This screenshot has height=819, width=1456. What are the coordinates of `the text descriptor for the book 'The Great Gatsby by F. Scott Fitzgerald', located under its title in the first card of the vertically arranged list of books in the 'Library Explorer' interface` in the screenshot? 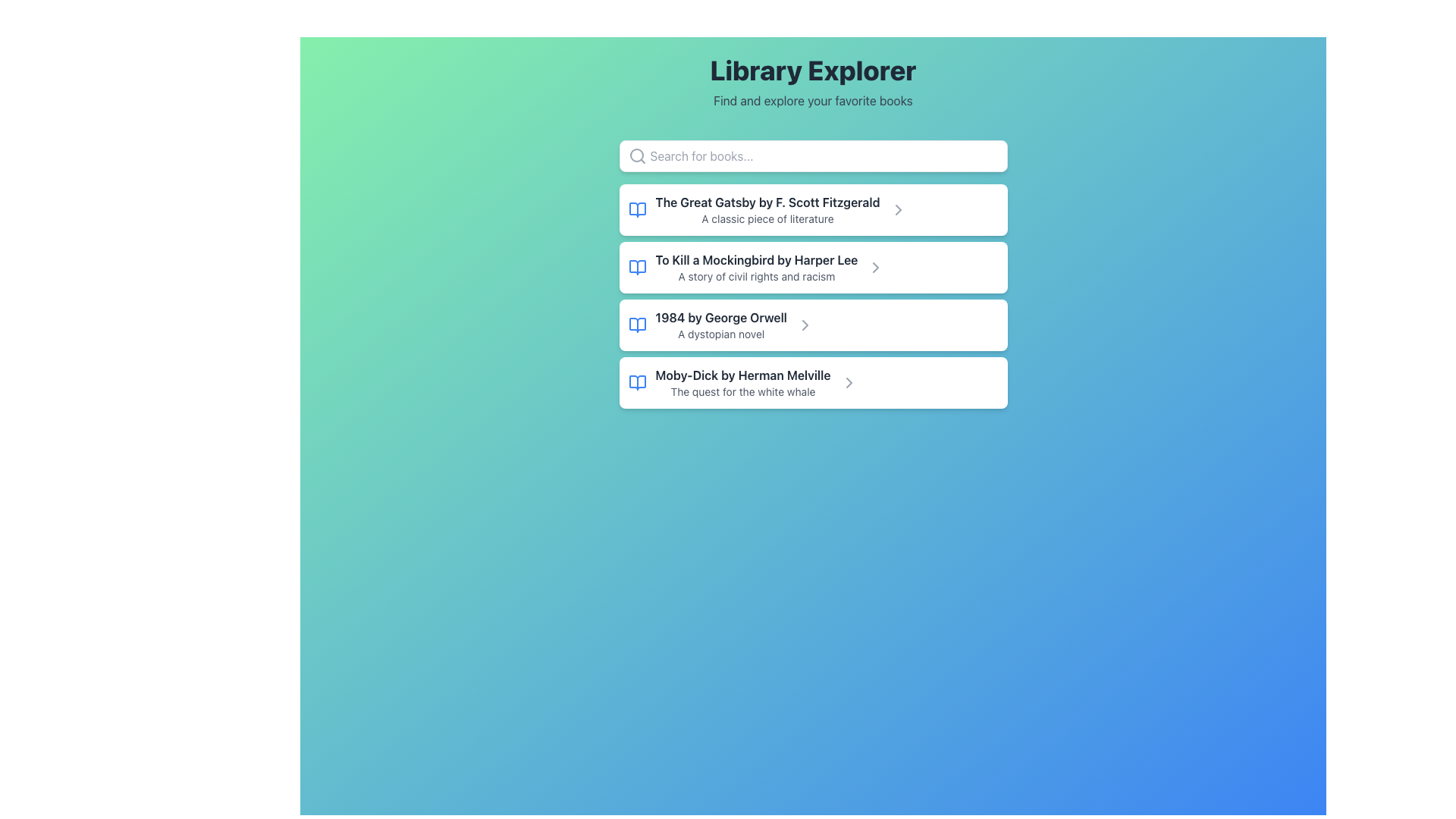 It's located at (767, 219).